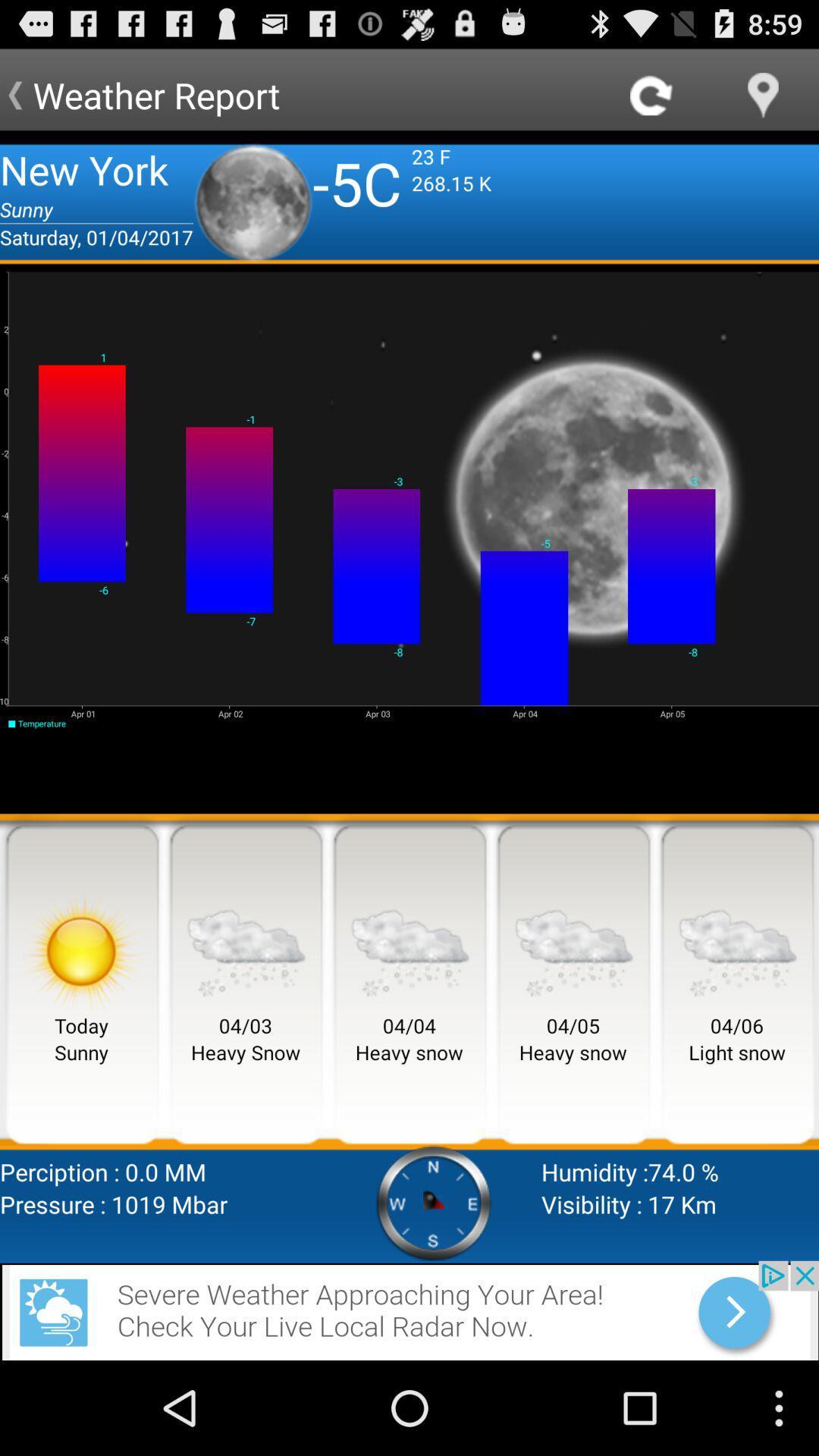 The image size is (819, 1456). I want to click on advertisement, so click(409, 1310).